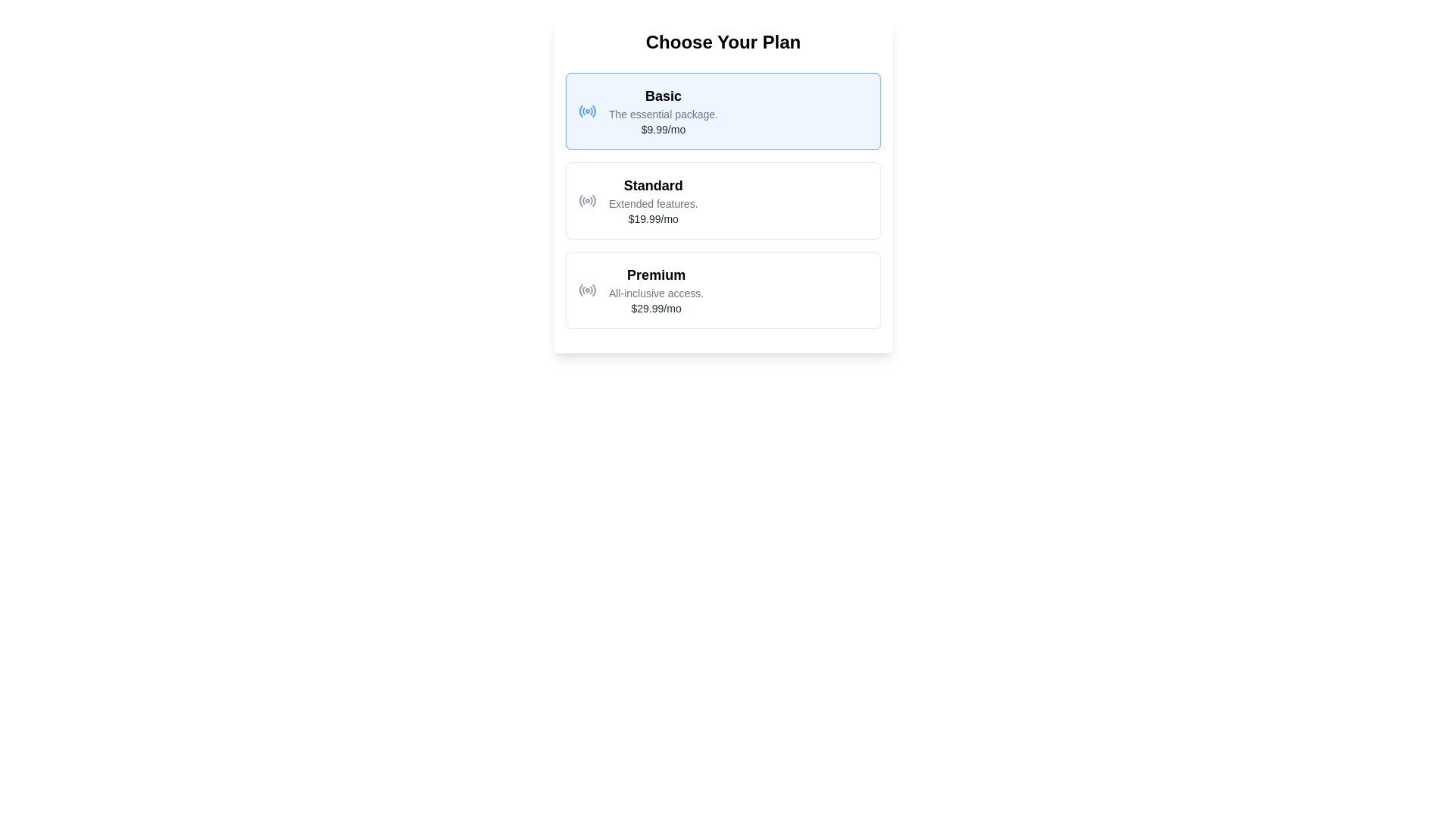 This screenshot has height=819, width=1456. What do you see at coordinates (586, 200) in the screenshot?
I see `the radio button option located within the 'Standard' section under 'Choose Your Plan', which is represented by an SVG graphic with a circular outline and a center dot` at bounding box center [586, 200].